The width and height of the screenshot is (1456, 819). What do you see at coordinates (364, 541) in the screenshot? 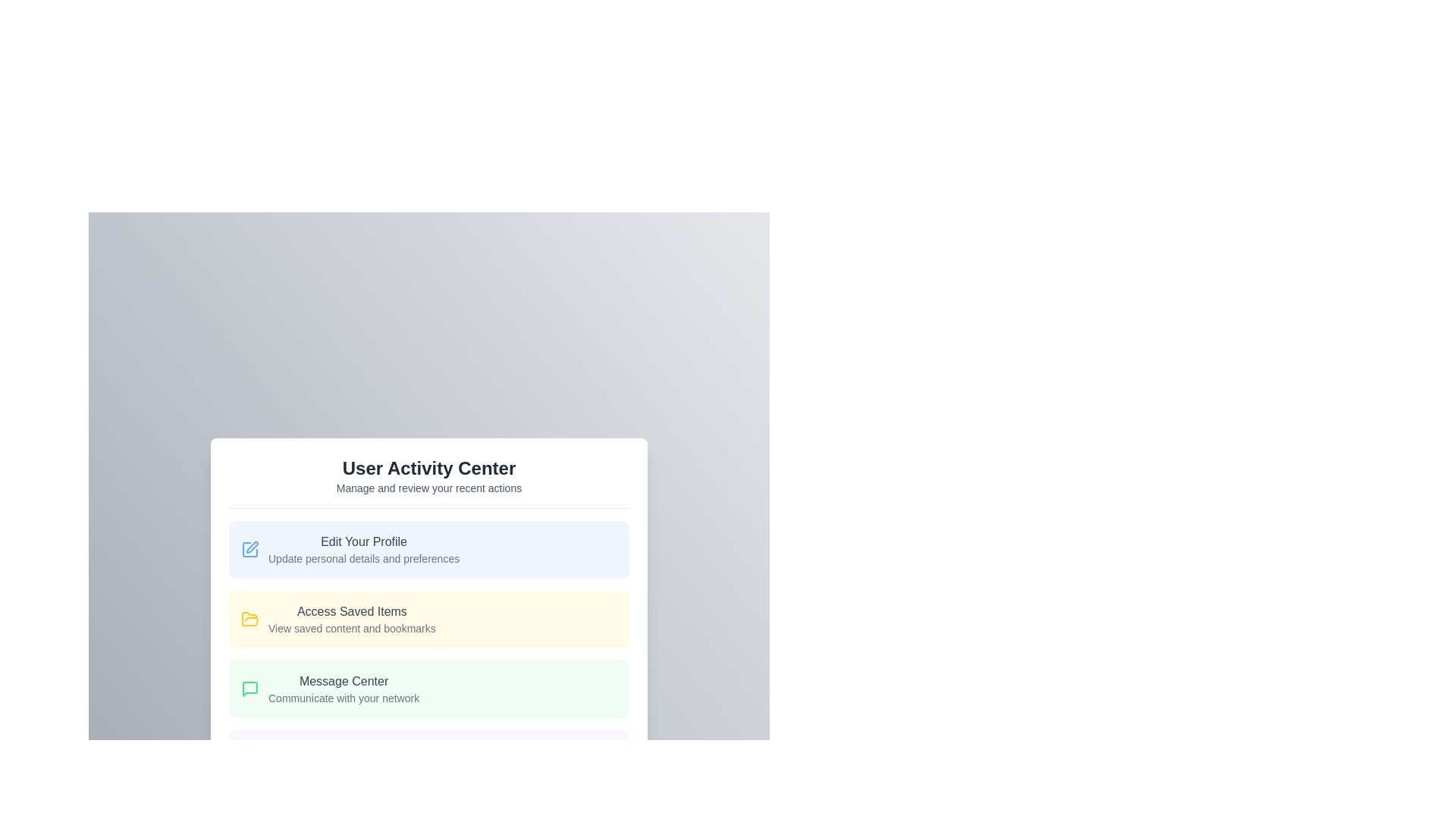
I see `the text label that serves as the title for the profile information editing section in the 'User Activity Center', which is positioned above the subtext 'Update personal details and preferences'` at bounding box center [364, 541].